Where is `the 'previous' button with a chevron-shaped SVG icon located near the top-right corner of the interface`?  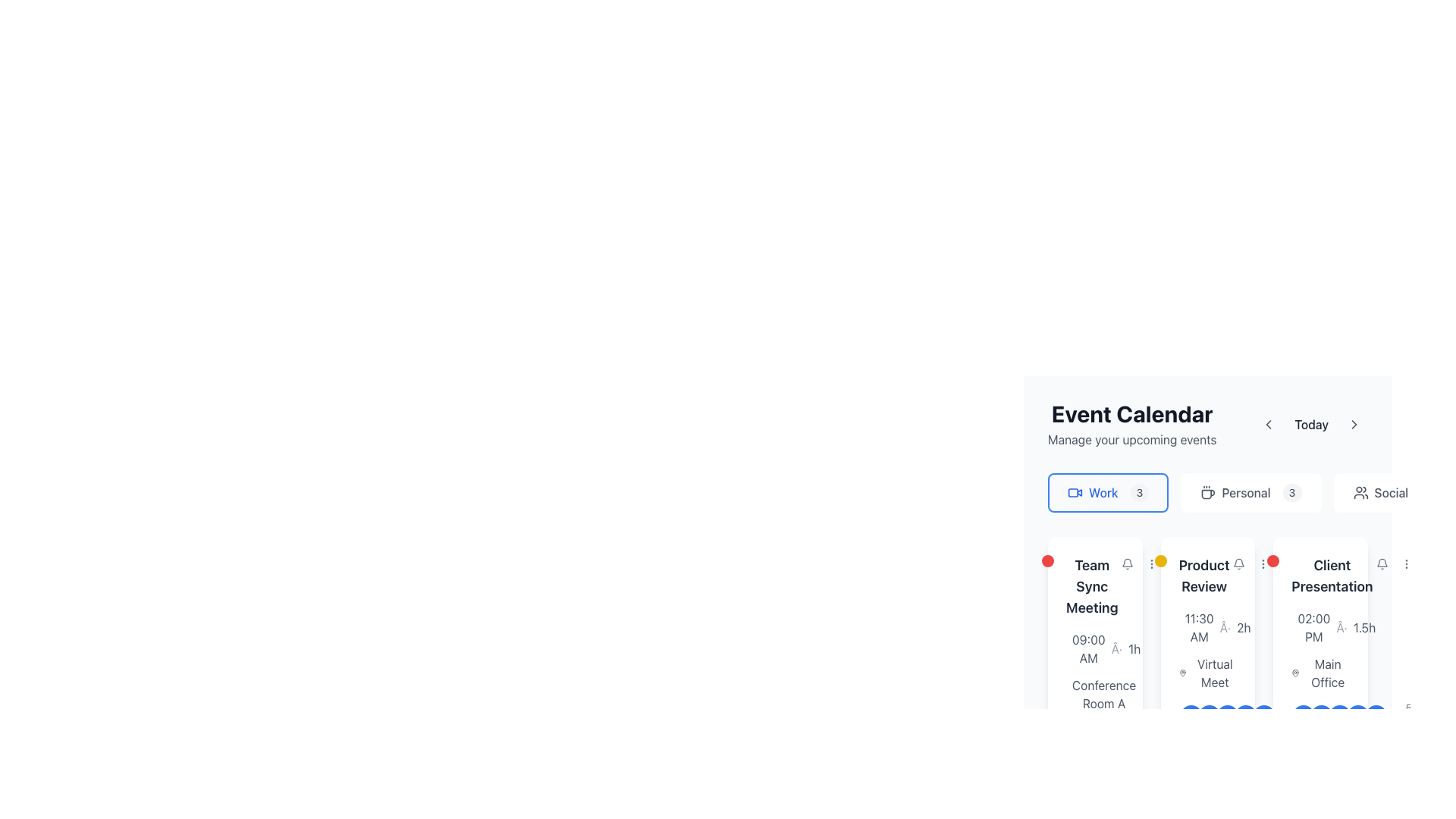
the 'previous' button with a chevron-shaped SVG icon located near the top-right corner of the interface is located at coordinates (1269, 424).